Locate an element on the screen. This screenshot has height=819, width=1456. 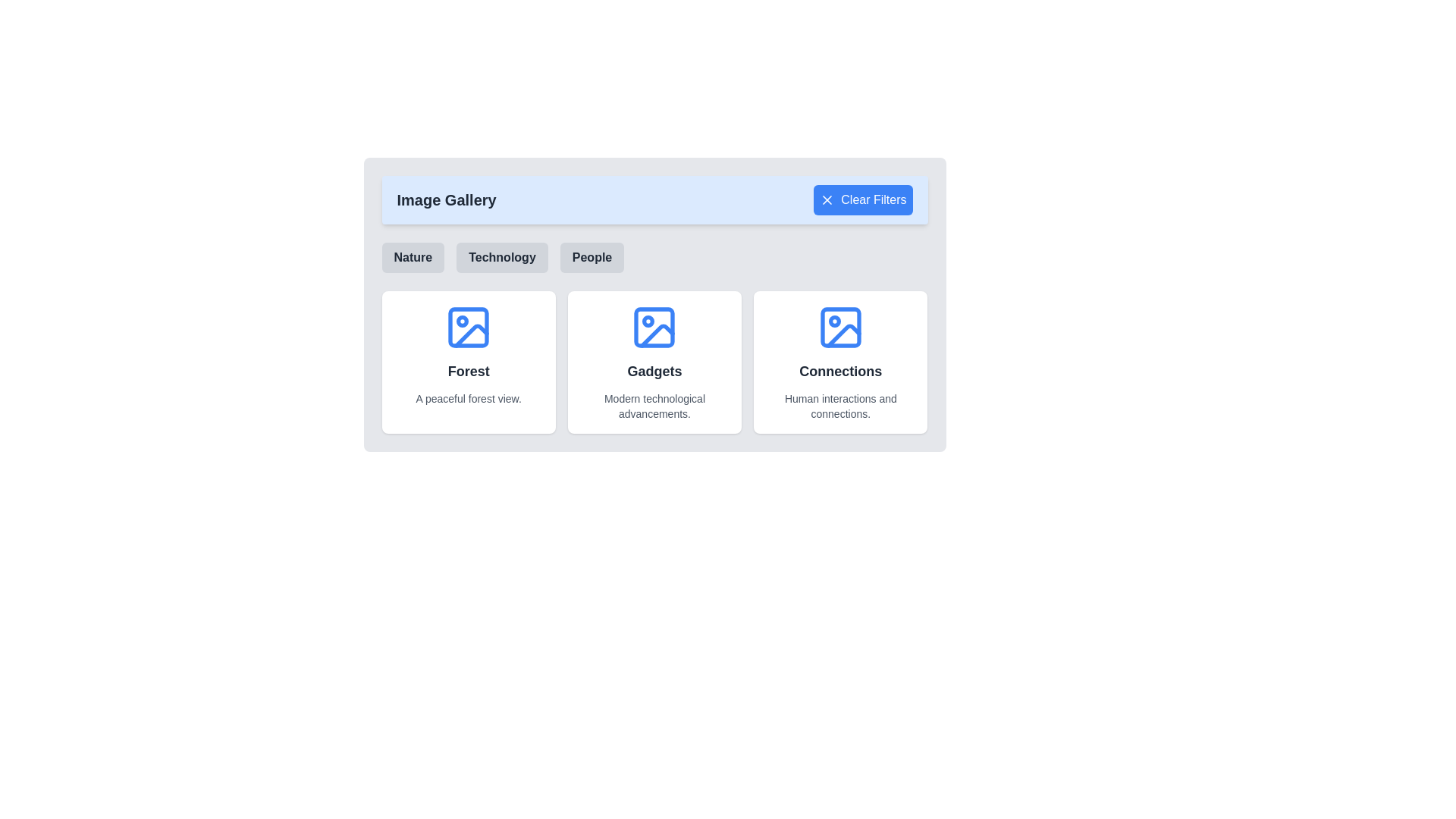
the Grid layout displaying categorized items beneath the 'Image Gallery' header is located at coordinates (654, 362).